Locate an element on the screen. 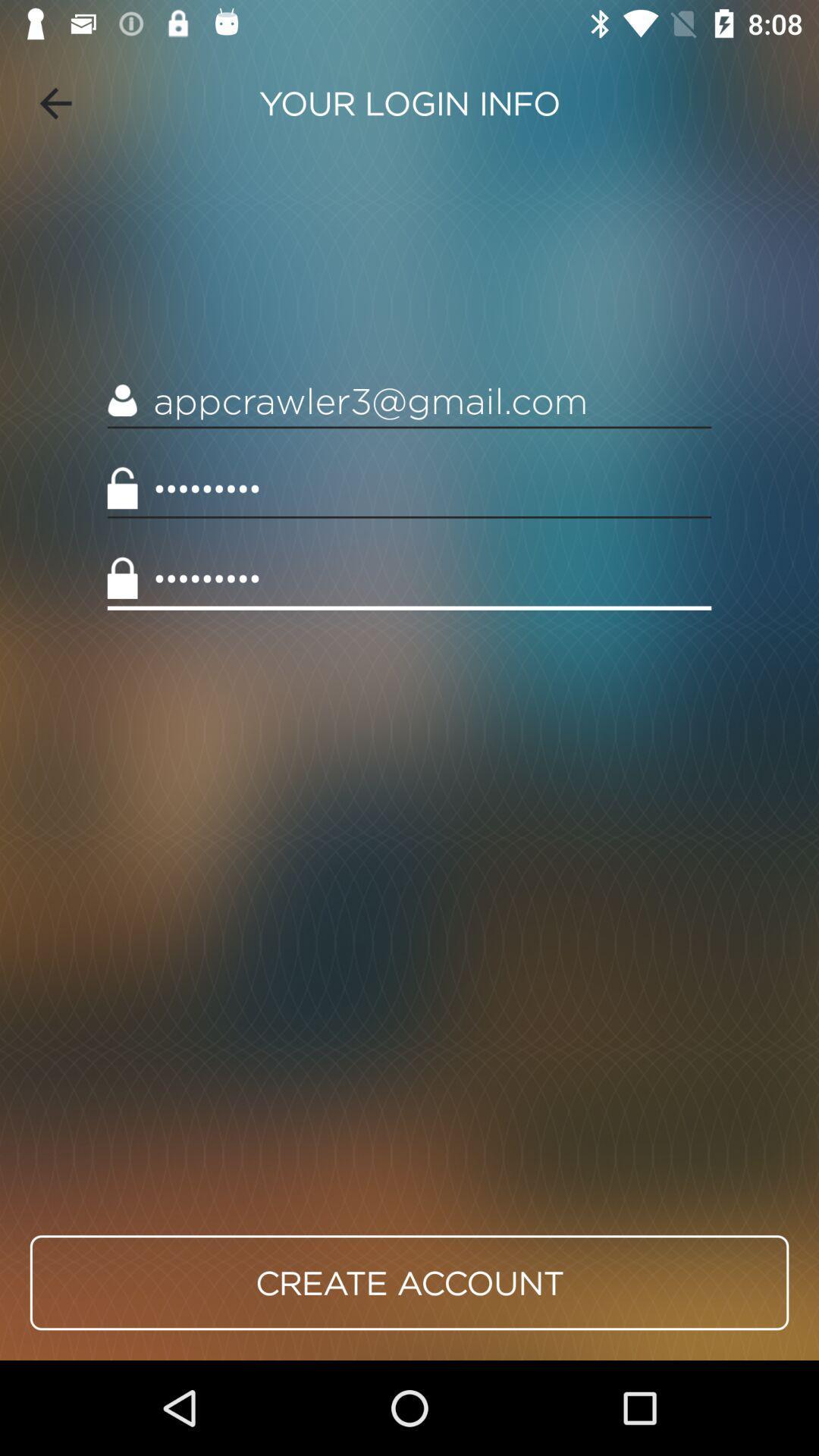 The image size is (819, 1456). appcrawler3@gmail.com icon is located at coordinates (409, 401).